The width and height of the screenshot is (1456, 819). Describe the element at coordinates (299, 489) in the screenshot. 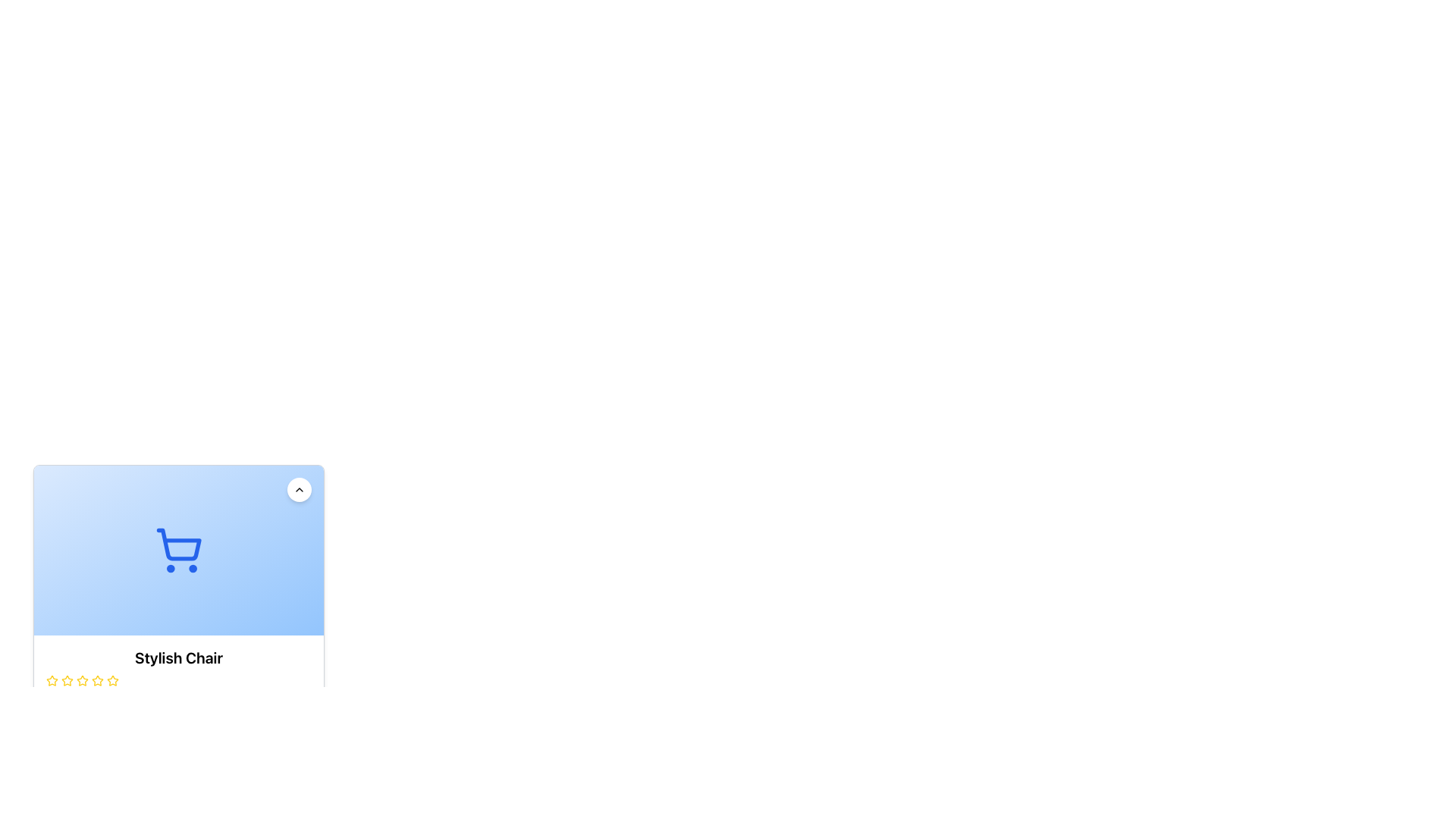

I see `the SVG Icon located at the top-right corner of the card-like layout, which serves as a control for triggering upward scrolling or navigation` at that location.